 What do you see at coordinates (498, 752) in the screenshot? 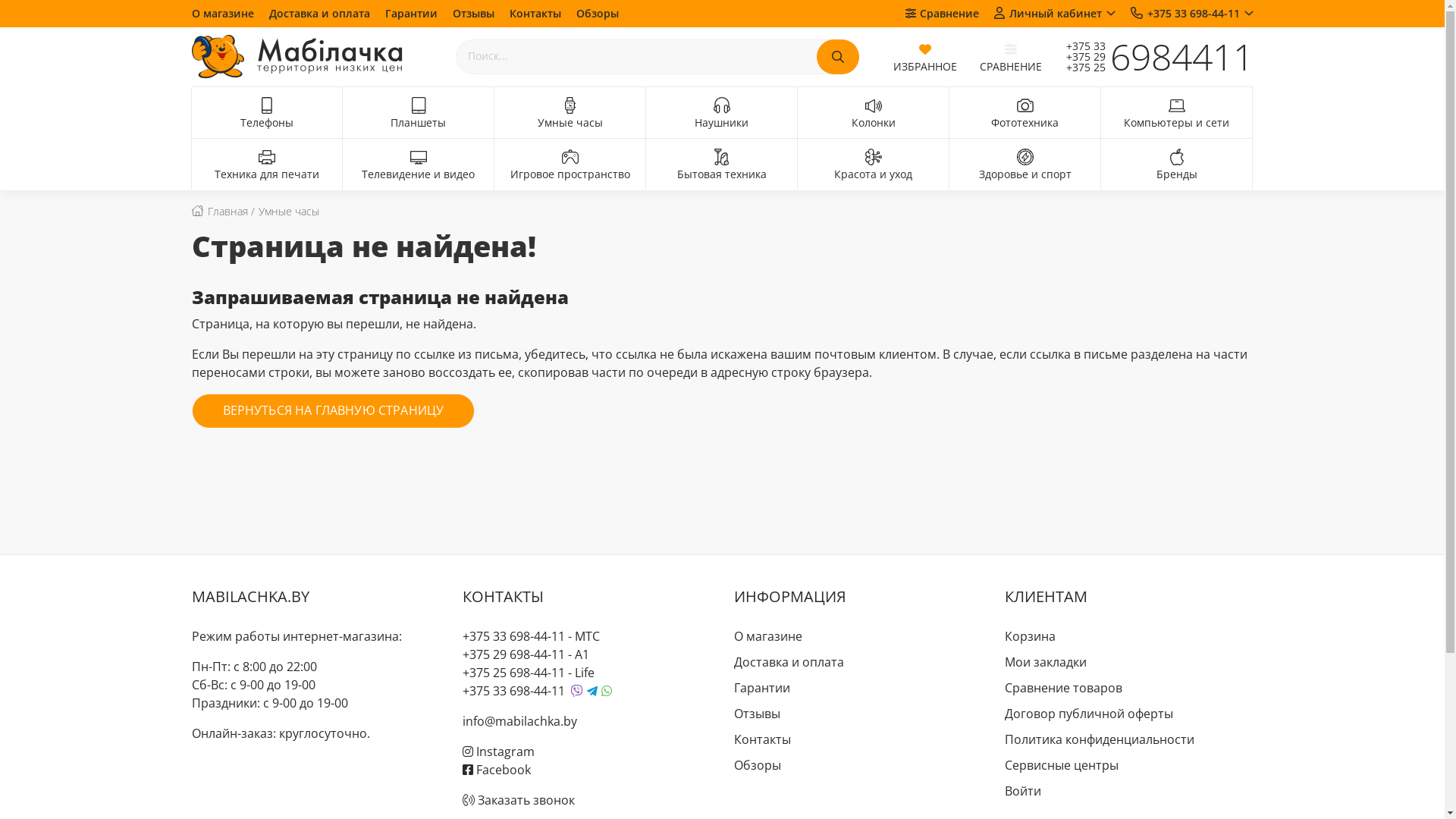
I see `'Instagram'` at bounding box center [498, 752].